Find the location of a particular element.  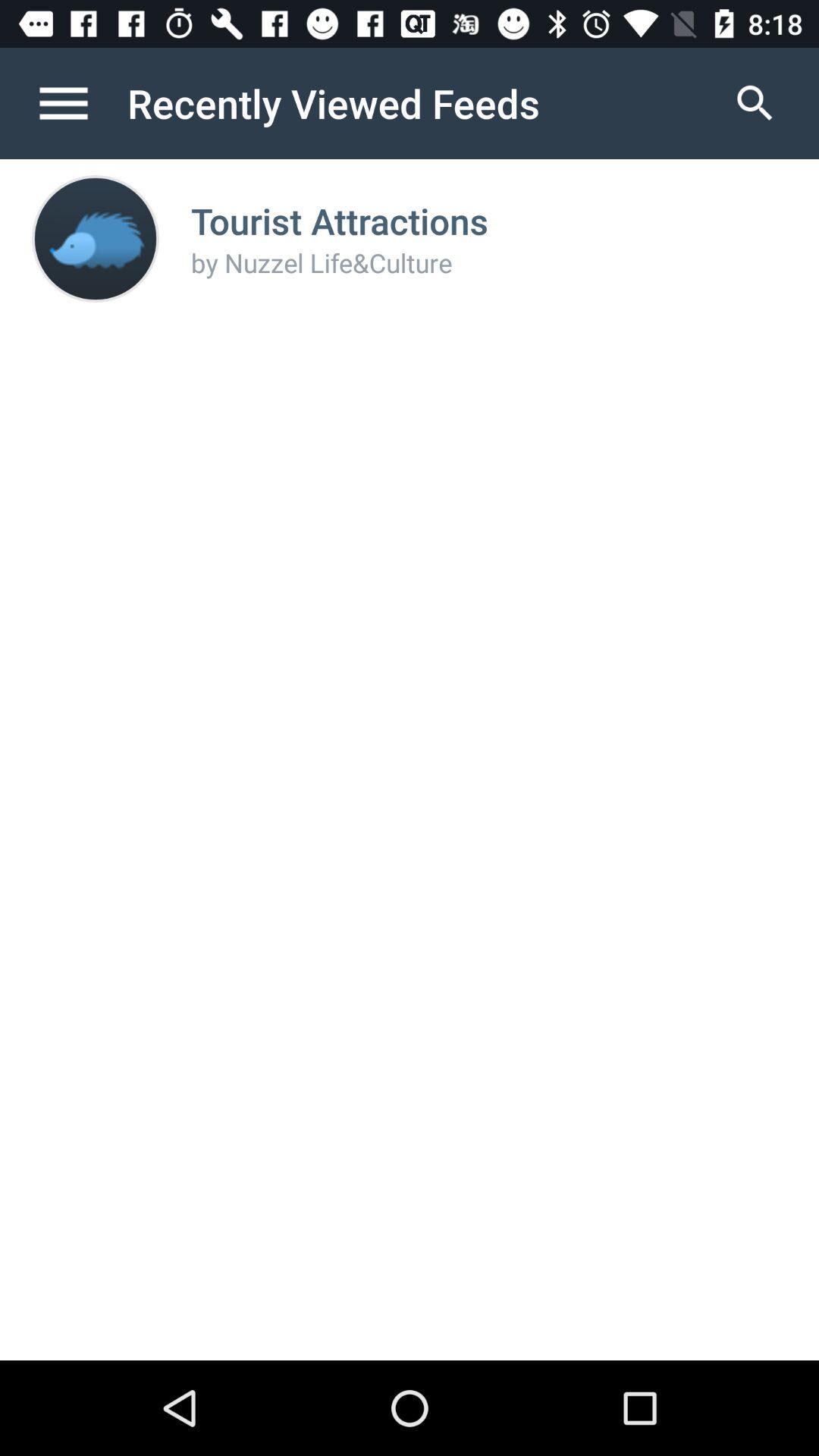

the icon above tourist attractions item is located at coordinates (755, 102).